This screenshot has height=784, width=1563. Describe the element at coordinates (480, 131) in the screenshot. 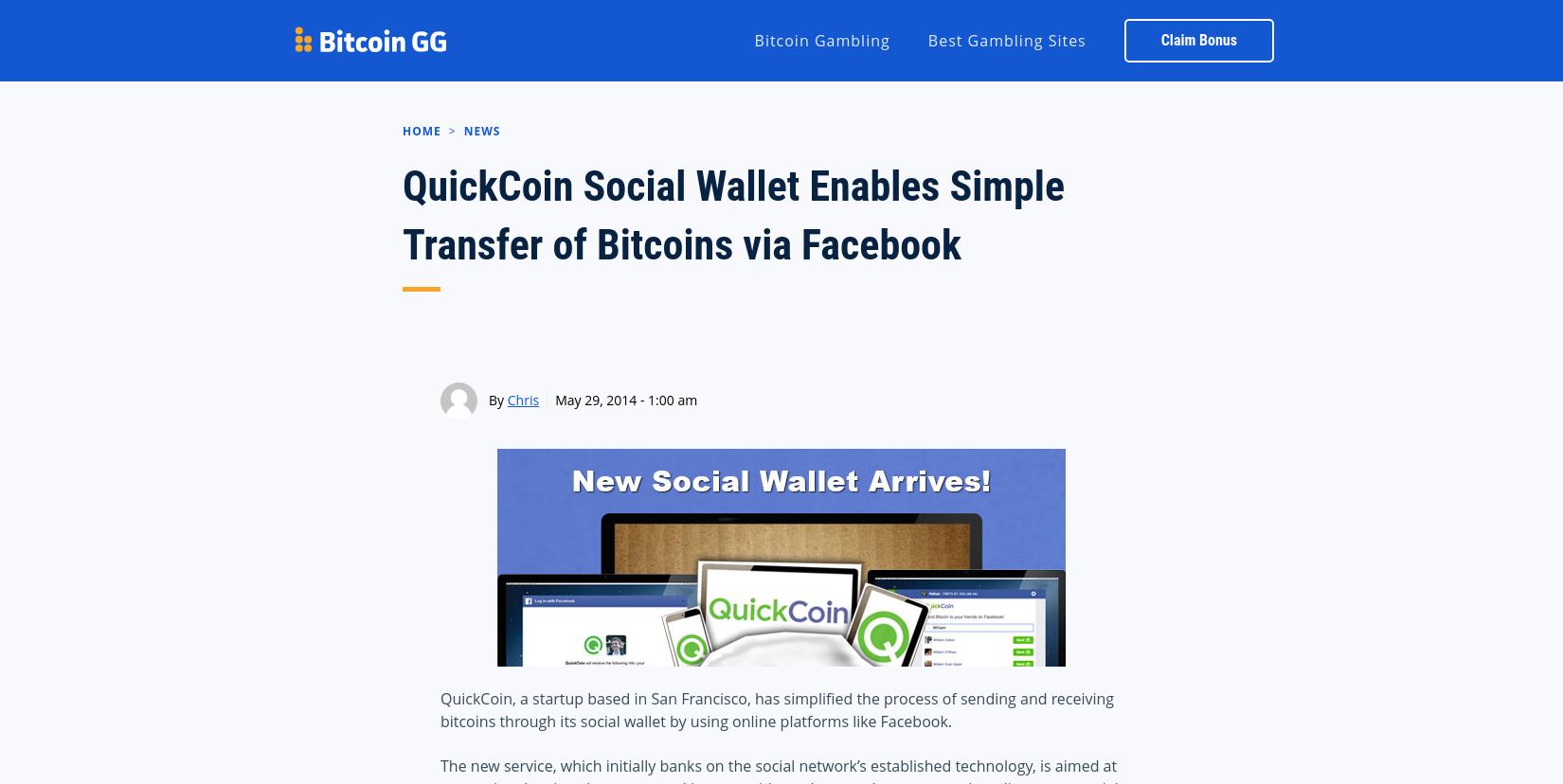

I see `'News'` at that location.